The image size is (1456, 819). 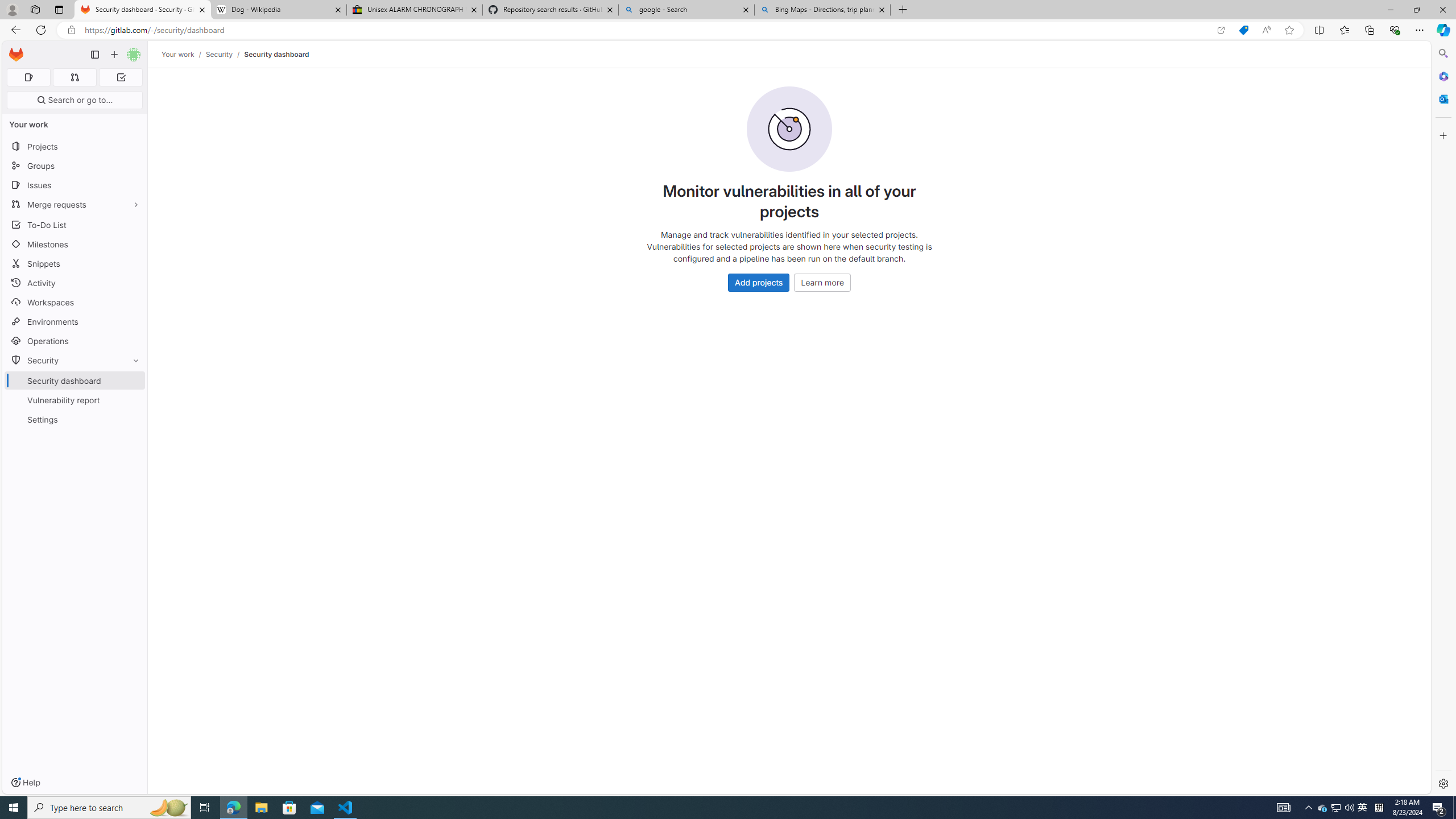 I want to click on 'Projects', so click(x=74, y=146).